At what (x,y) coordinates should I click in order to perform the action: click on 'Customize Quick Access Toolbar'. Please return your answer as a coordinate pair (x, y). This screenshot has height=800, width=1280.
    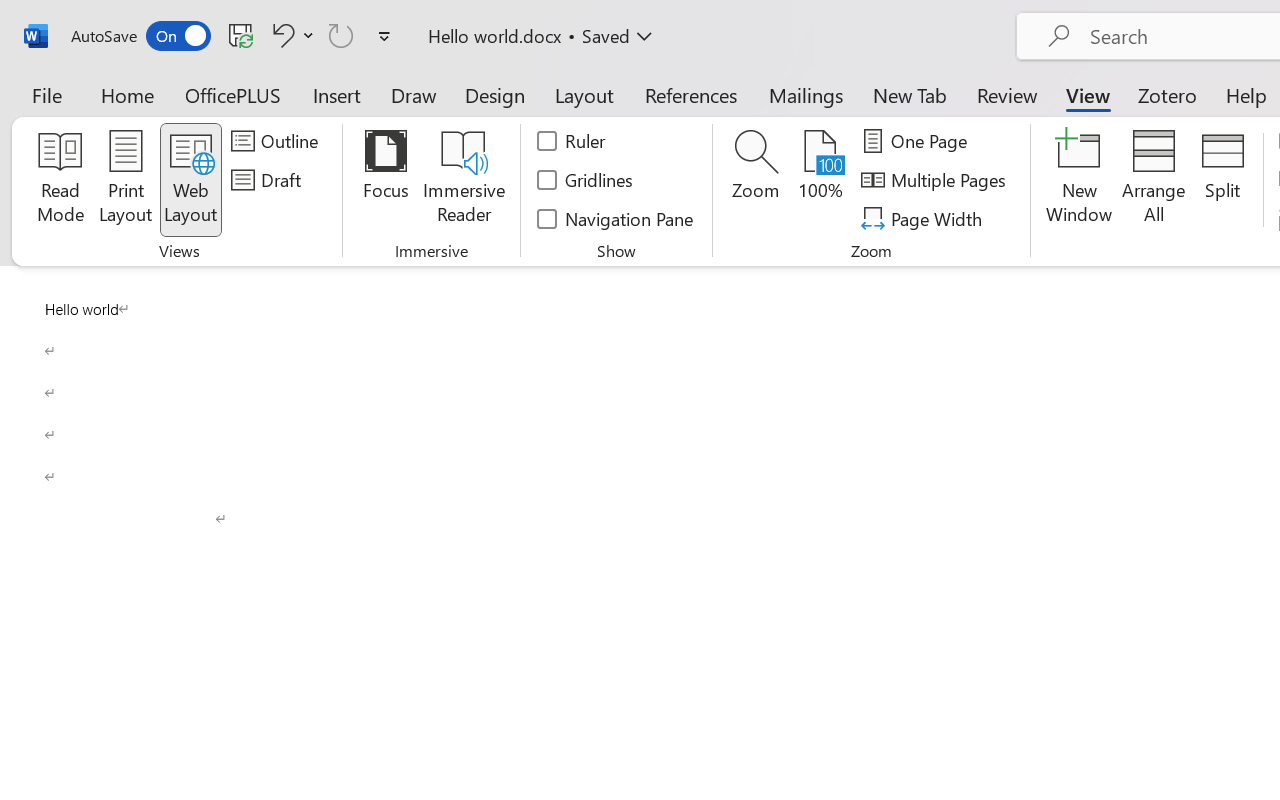
    Looking at the image, I should click on (384, 35).